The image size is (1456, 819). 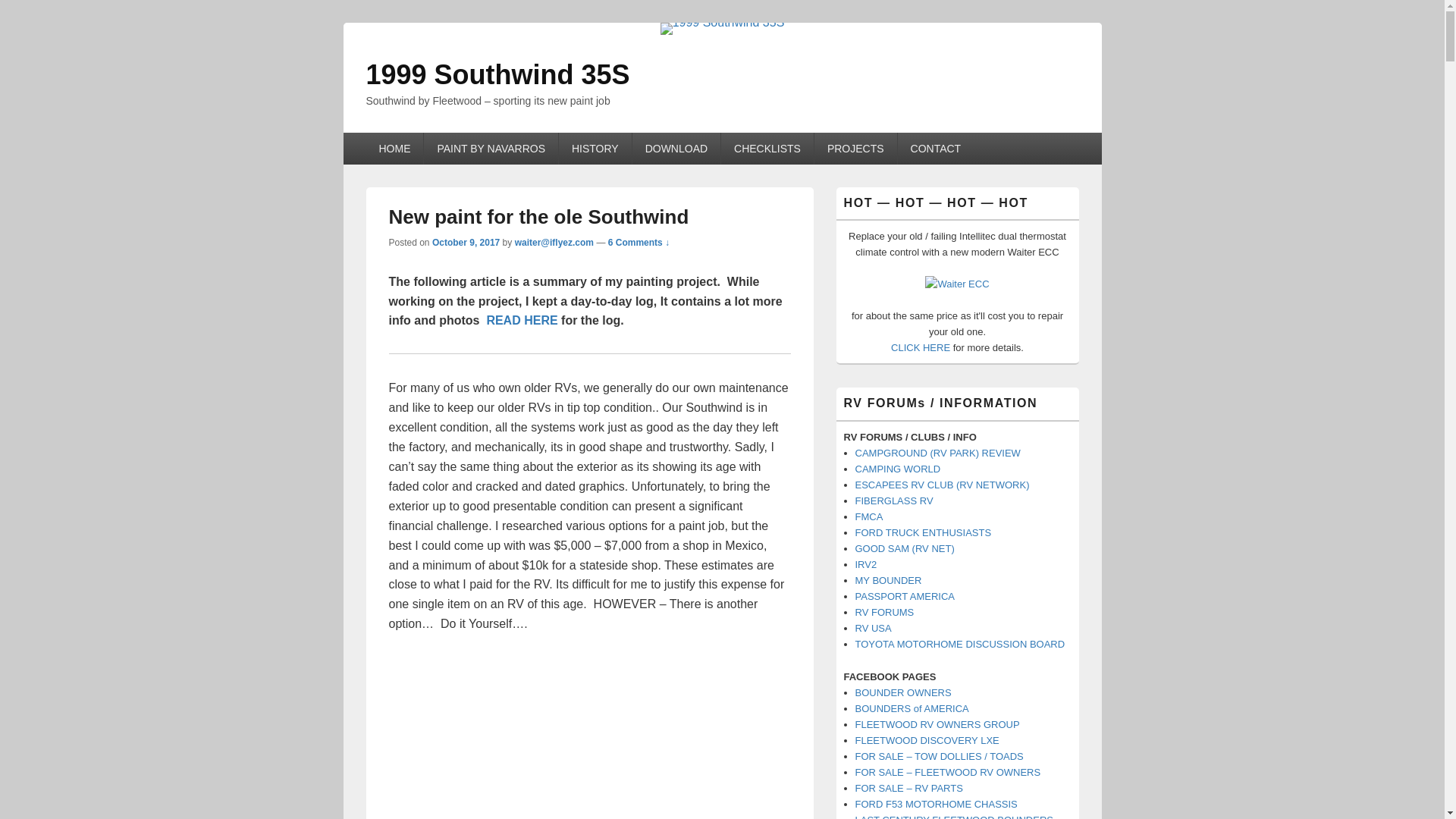 What do you see at coordinates (866, 564) in the screenshot?
I see `'IRV2'` at bounding box center [866, 564].